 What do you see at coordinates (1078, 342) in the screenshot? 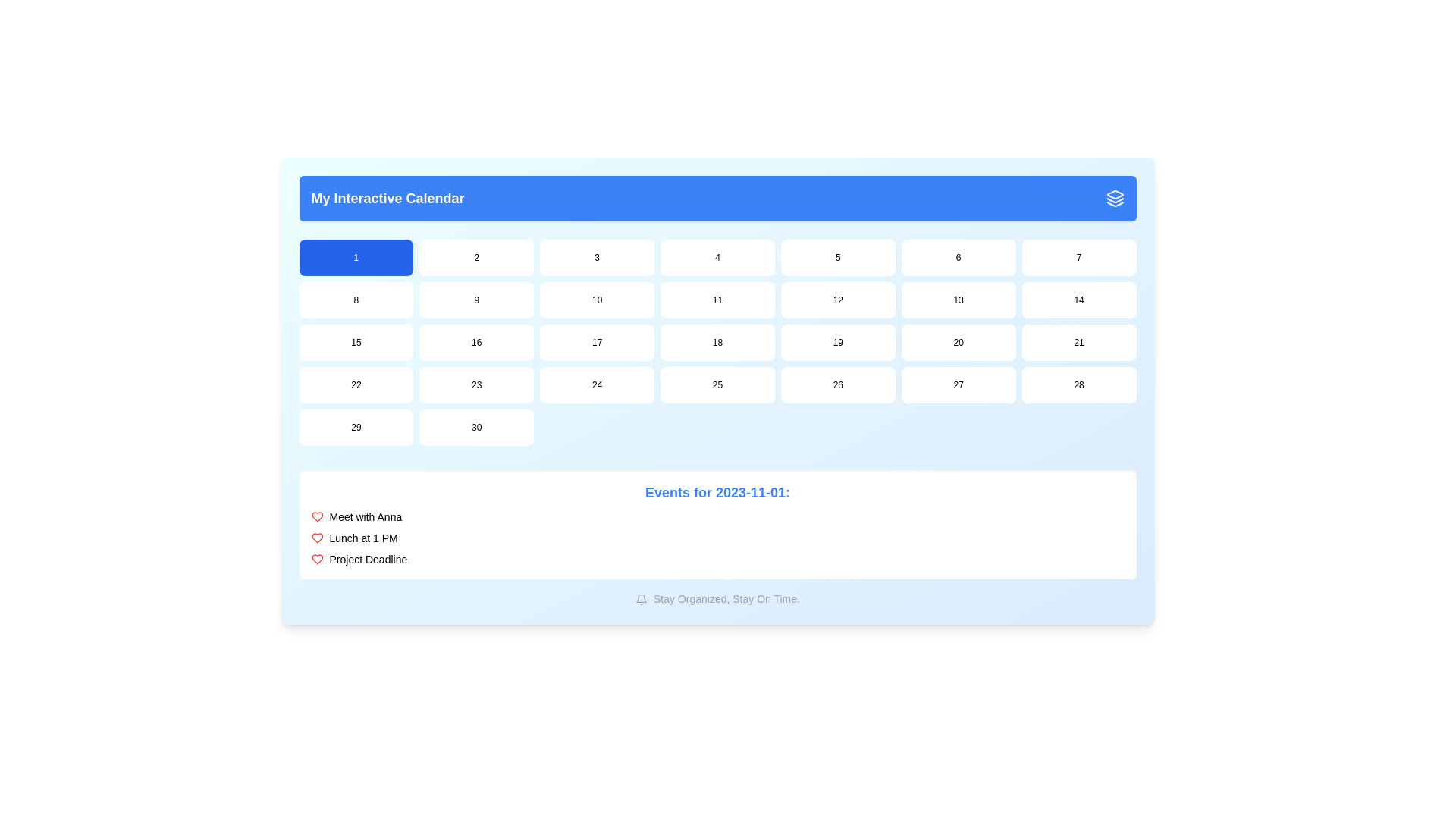
I see `the calendar date button located in the fourth row and seventh column of the calendar grid` at bounding box center [1078, 342].